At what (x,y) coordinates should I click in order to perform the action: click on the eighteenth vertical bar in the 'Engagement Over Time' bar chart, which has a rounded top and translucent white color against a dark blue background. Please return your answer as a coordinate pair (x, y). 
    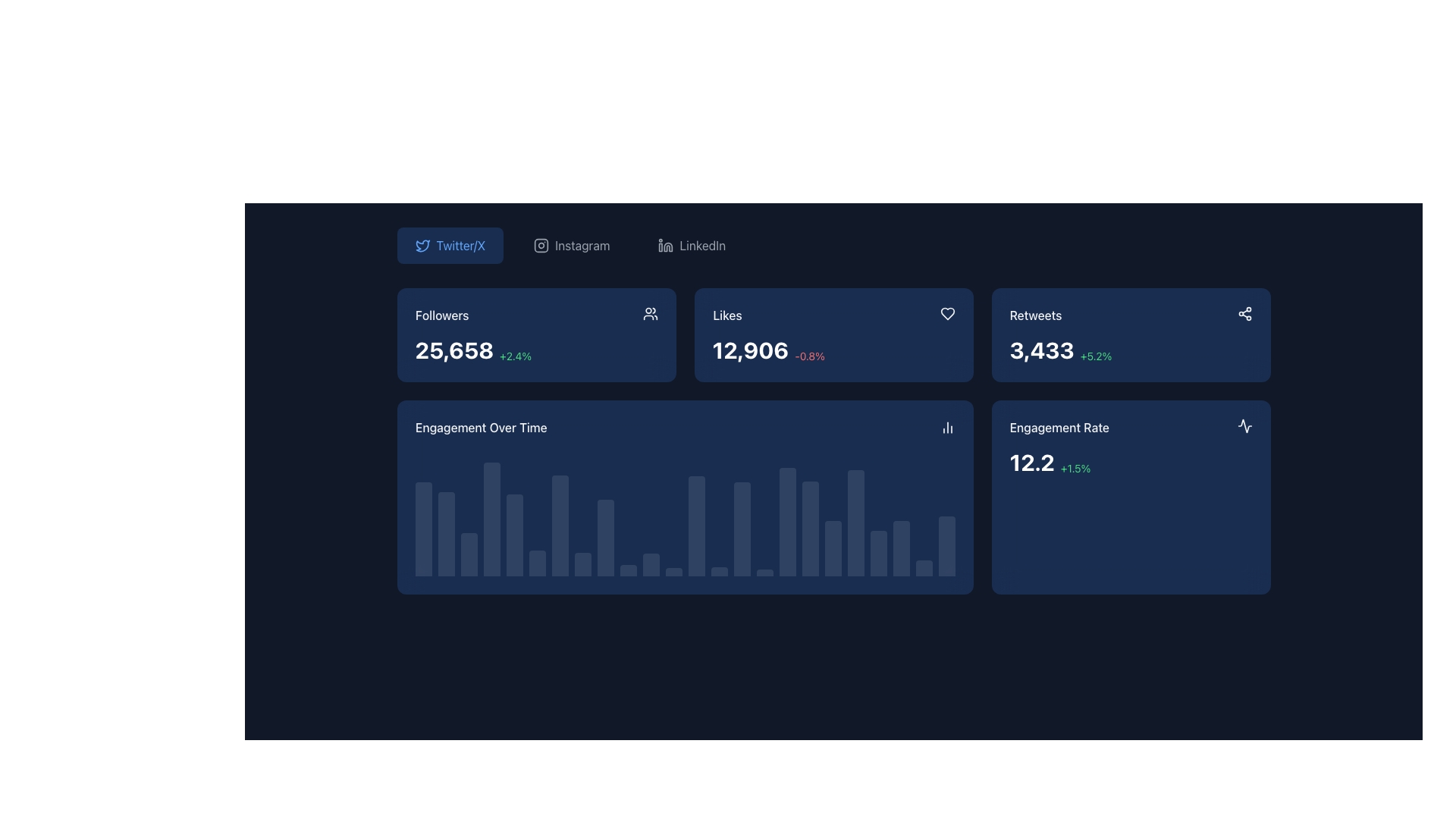
    Looking at the image, I should click on (809, 528).